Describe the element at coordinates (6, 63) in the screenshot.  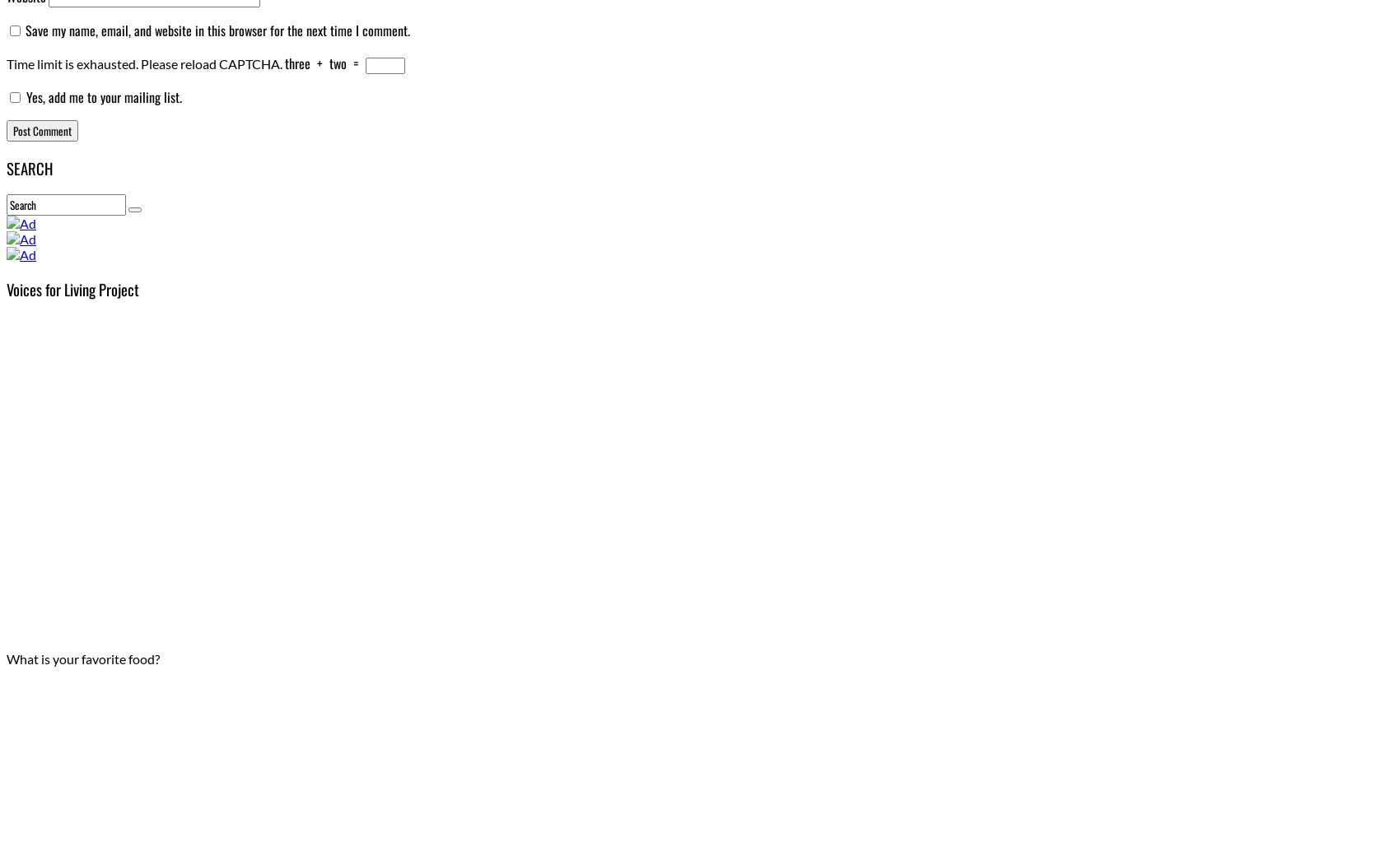
I see `'Time limit is exhausted. Please reload CAPTCHA.'` at that location.